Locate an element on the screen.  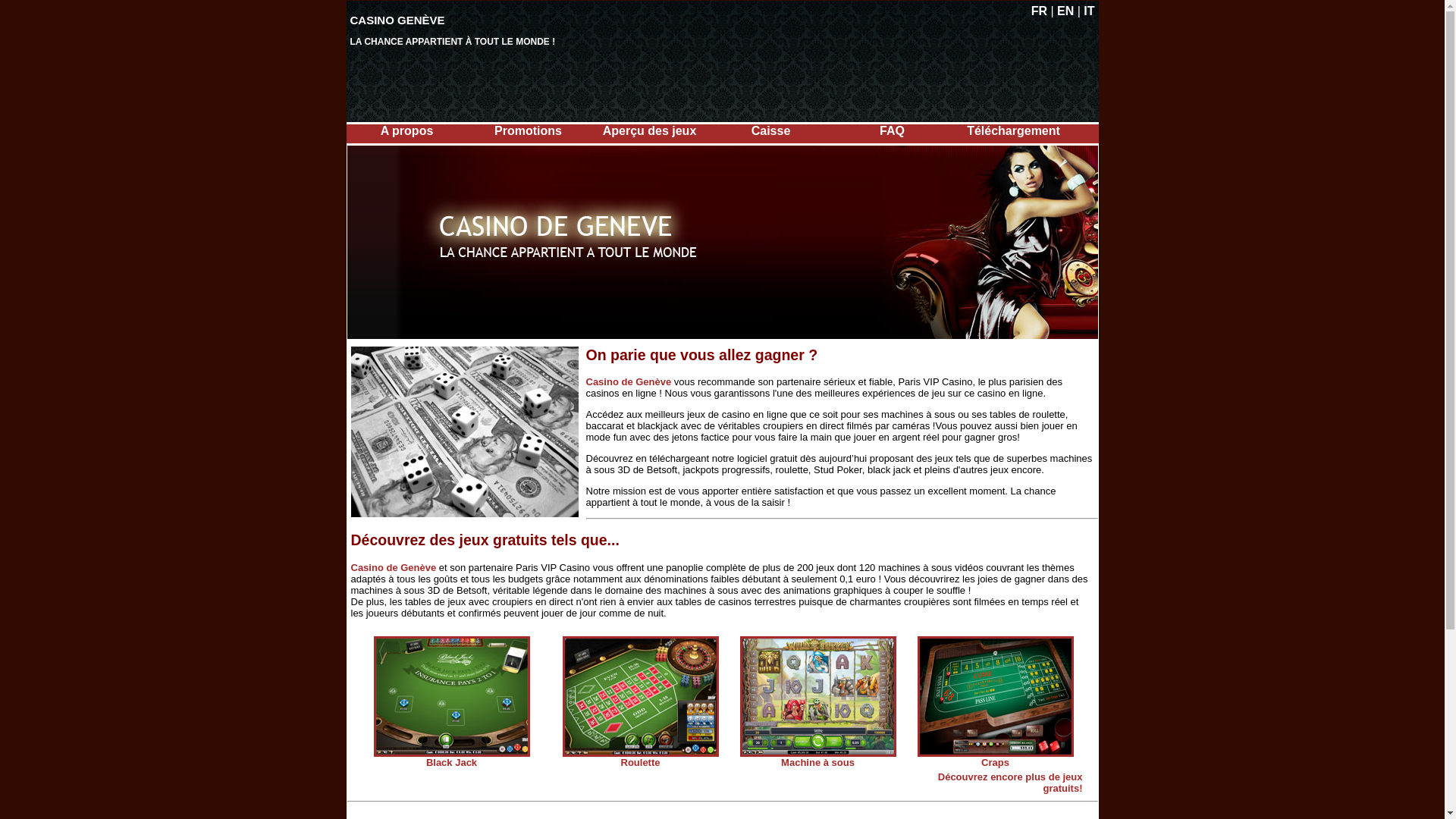
'A propos' is located at coordinates (407, 130).